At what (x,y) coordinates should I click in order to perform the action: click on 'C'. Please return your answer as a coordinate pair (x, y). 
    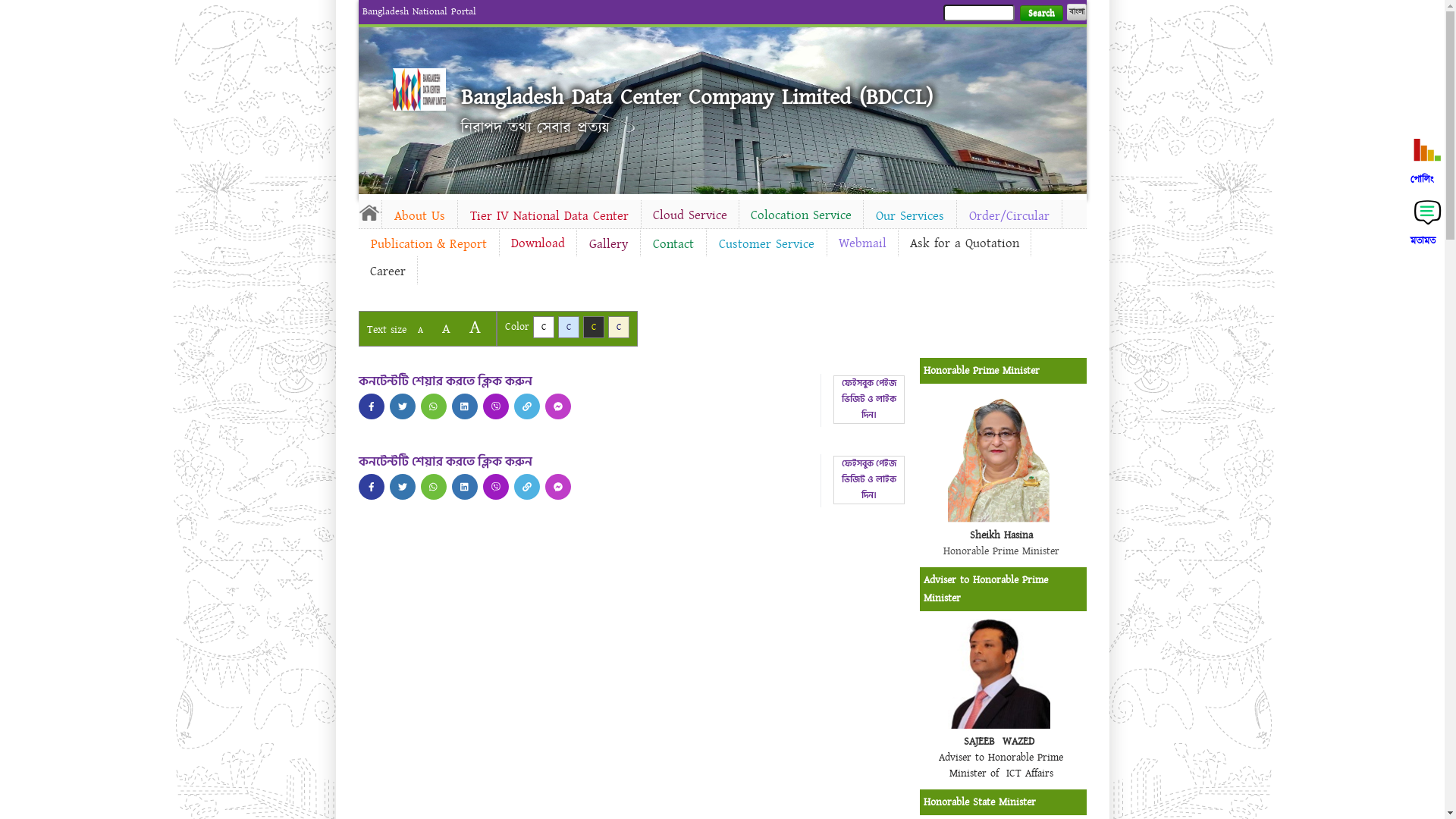
    Looking at the image, I should click on (619, 326).